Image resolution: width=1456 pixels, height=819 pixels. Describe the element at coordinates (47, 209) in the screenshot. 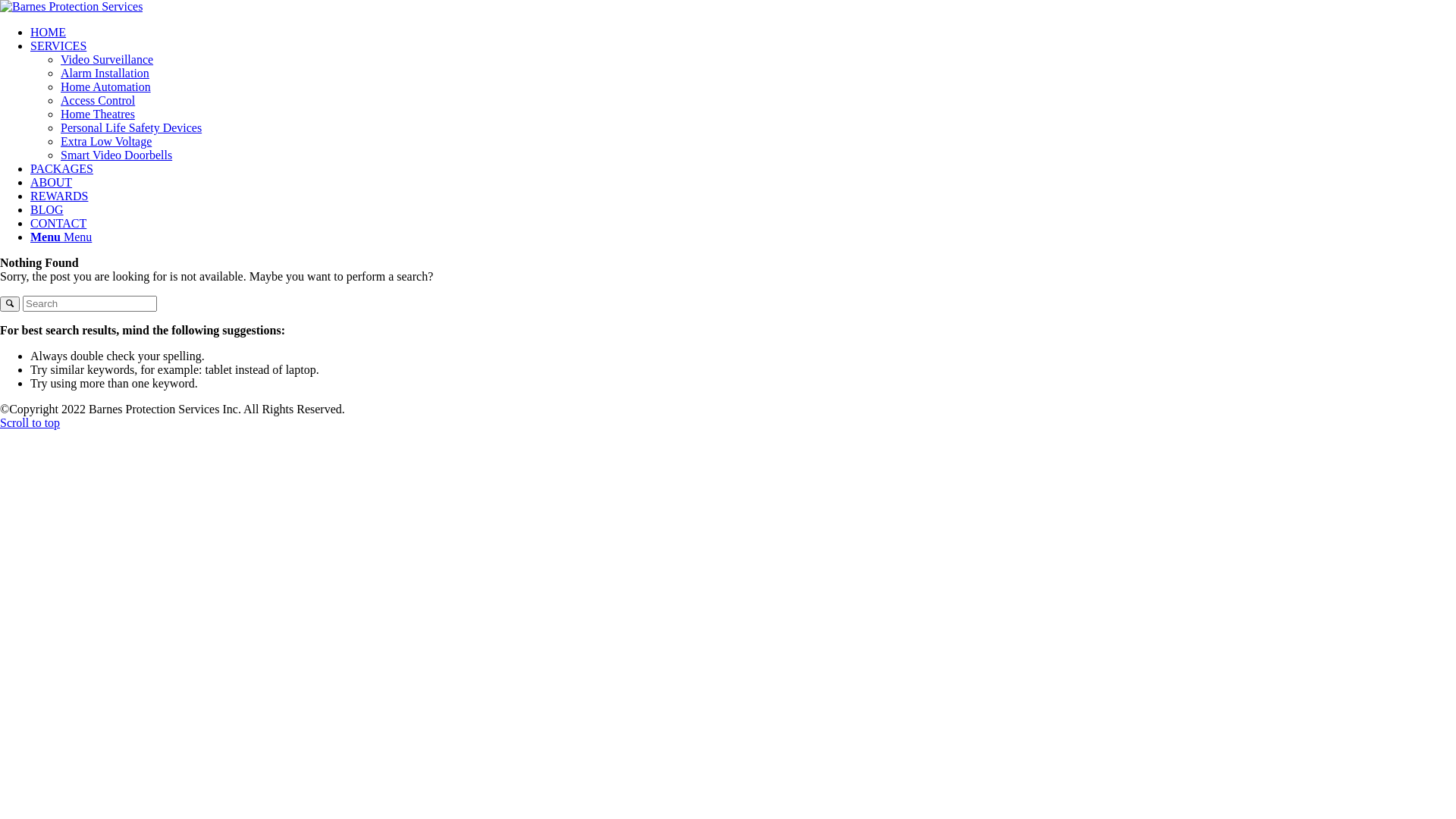

I see `'BLOG'` at that location.